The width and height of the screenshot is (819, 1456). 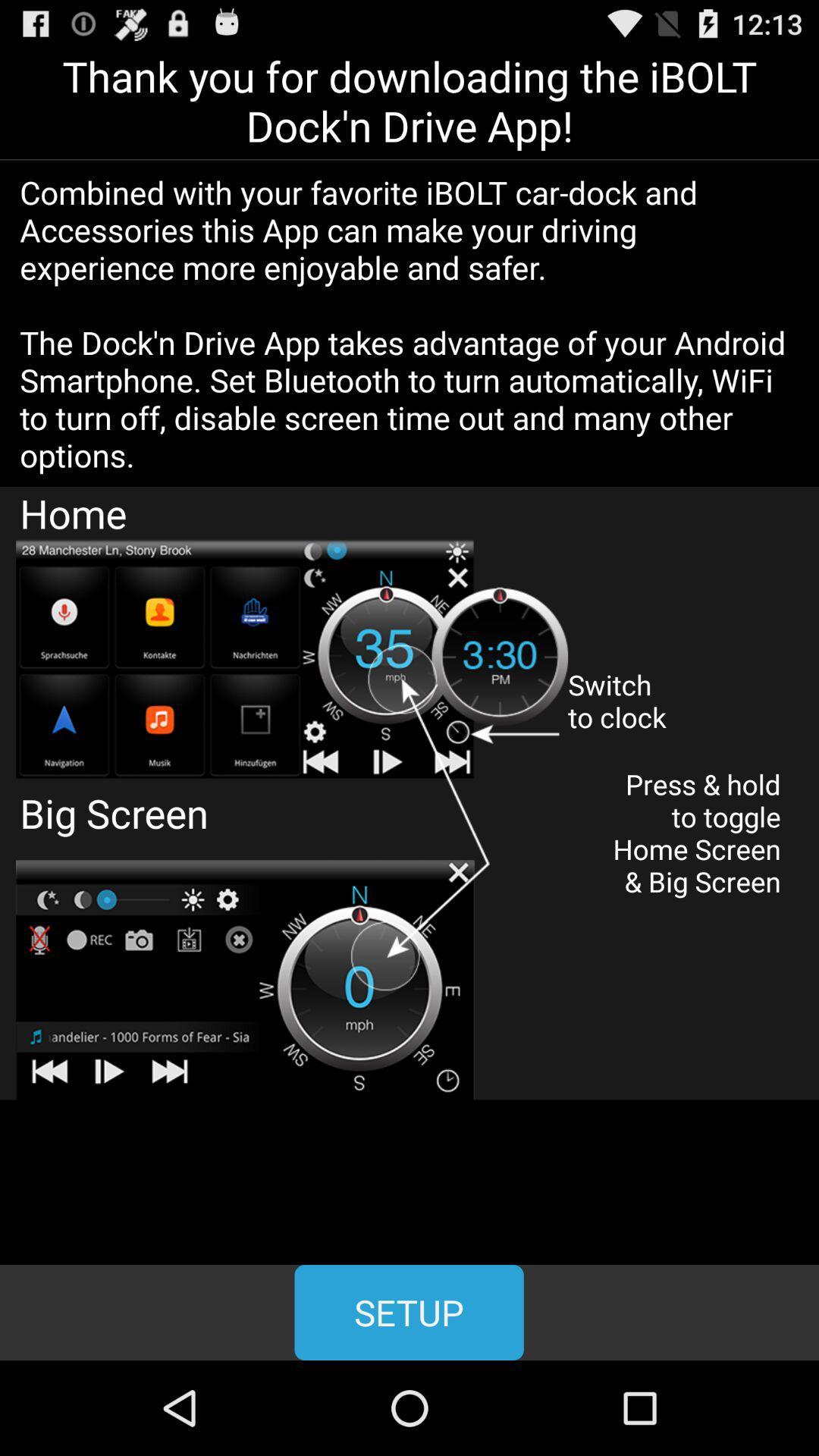 What do you see at coordinates (408, 1312) in the screenshot?
I see `the button at the bottom` at bounding box center [408, 1312].